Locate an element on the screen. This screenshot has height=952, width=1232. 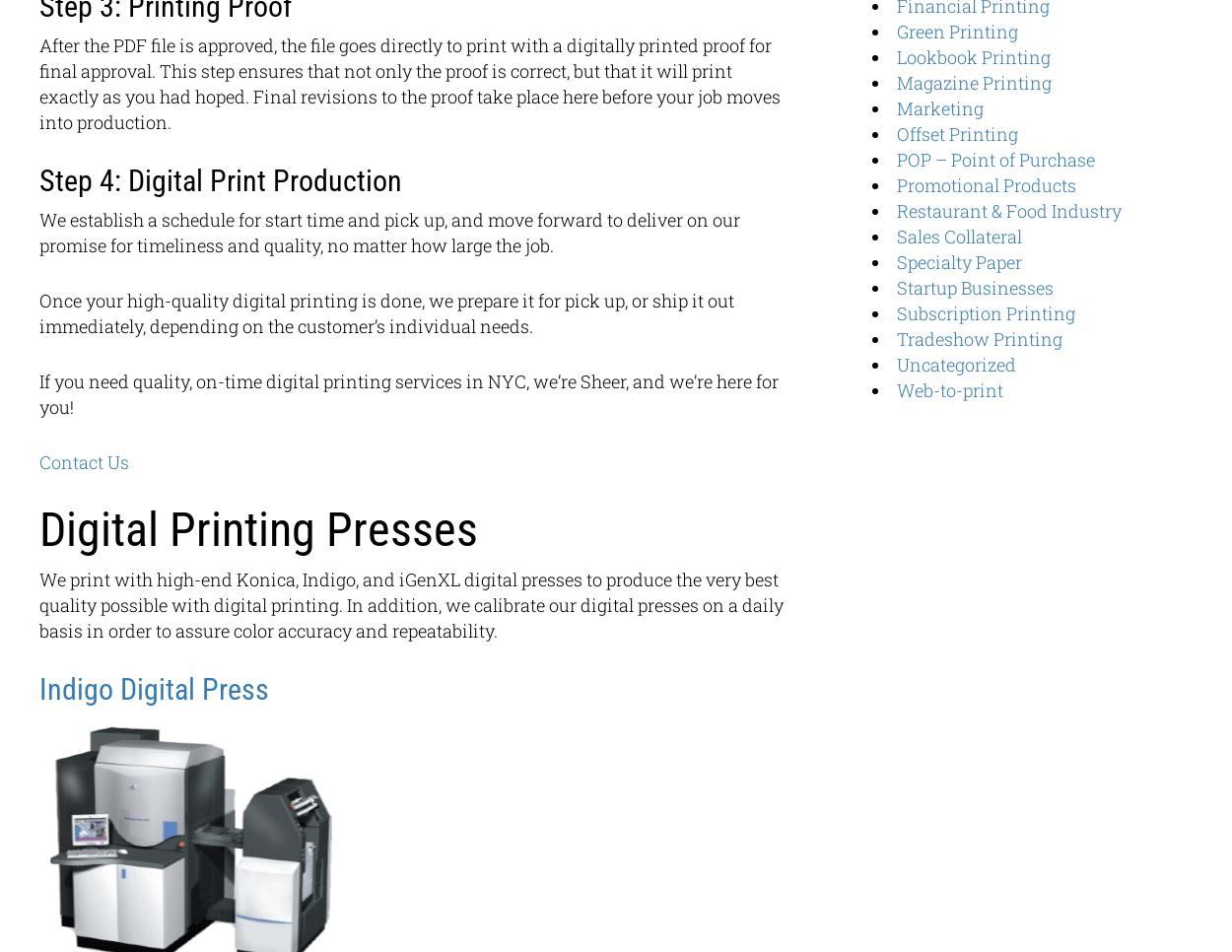
'Web-to-print' is located at coordinates (949, 389).